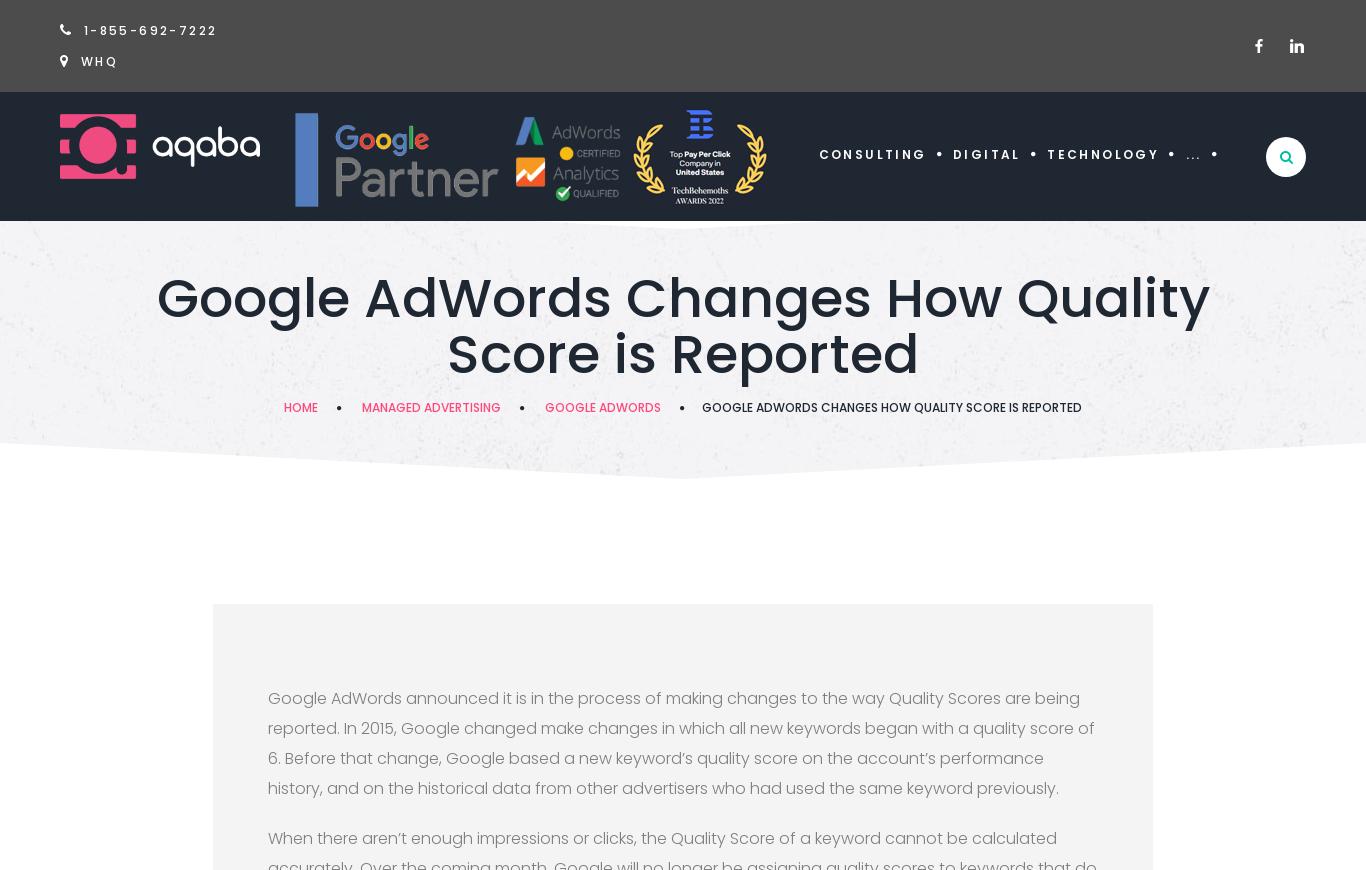 The height and width of the screenshot is (870, 1366). I want to click on 'Google Adwords', so click(601, 407).